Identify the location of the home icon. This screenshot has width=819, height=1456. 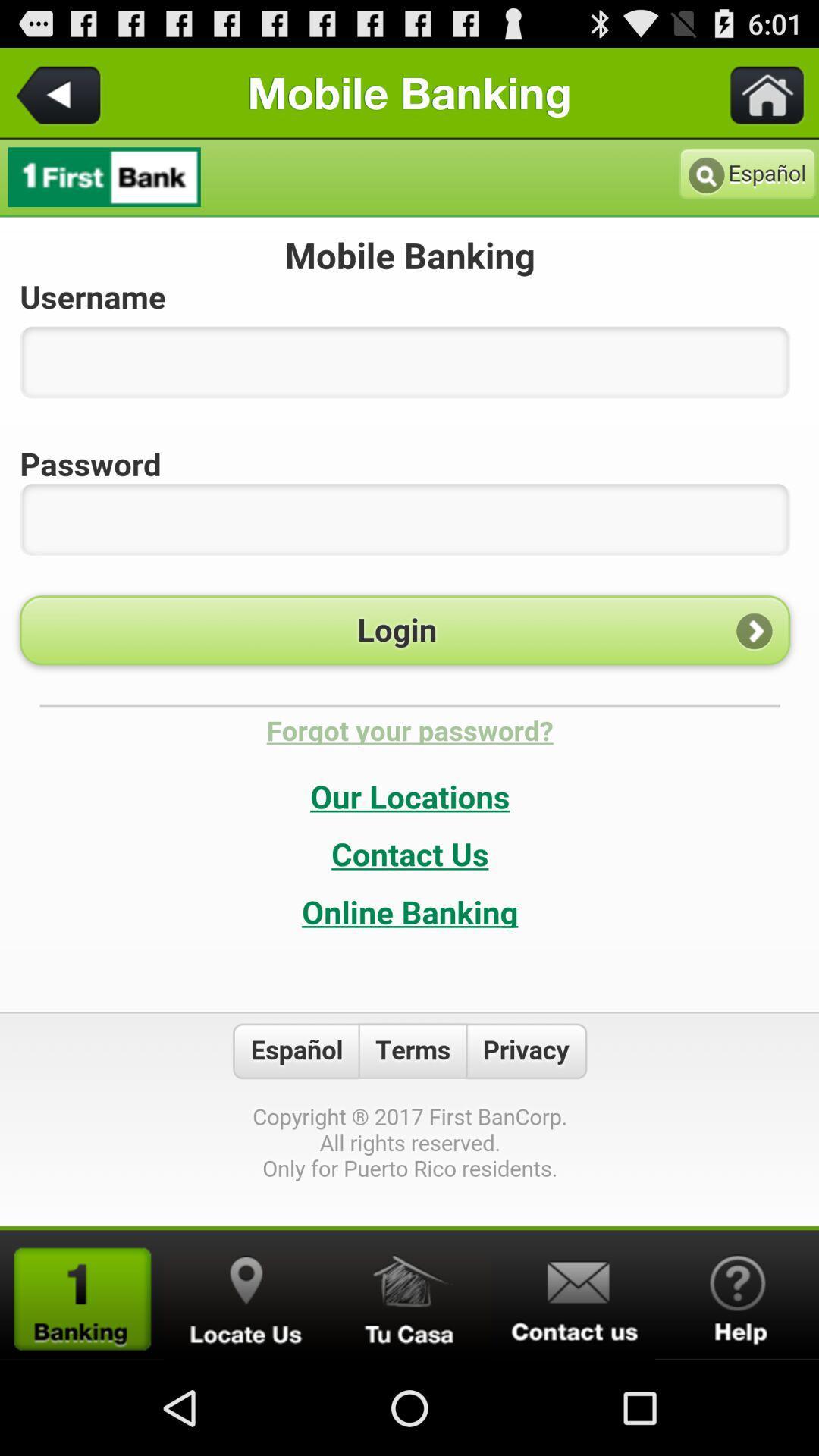
(409, 1386).